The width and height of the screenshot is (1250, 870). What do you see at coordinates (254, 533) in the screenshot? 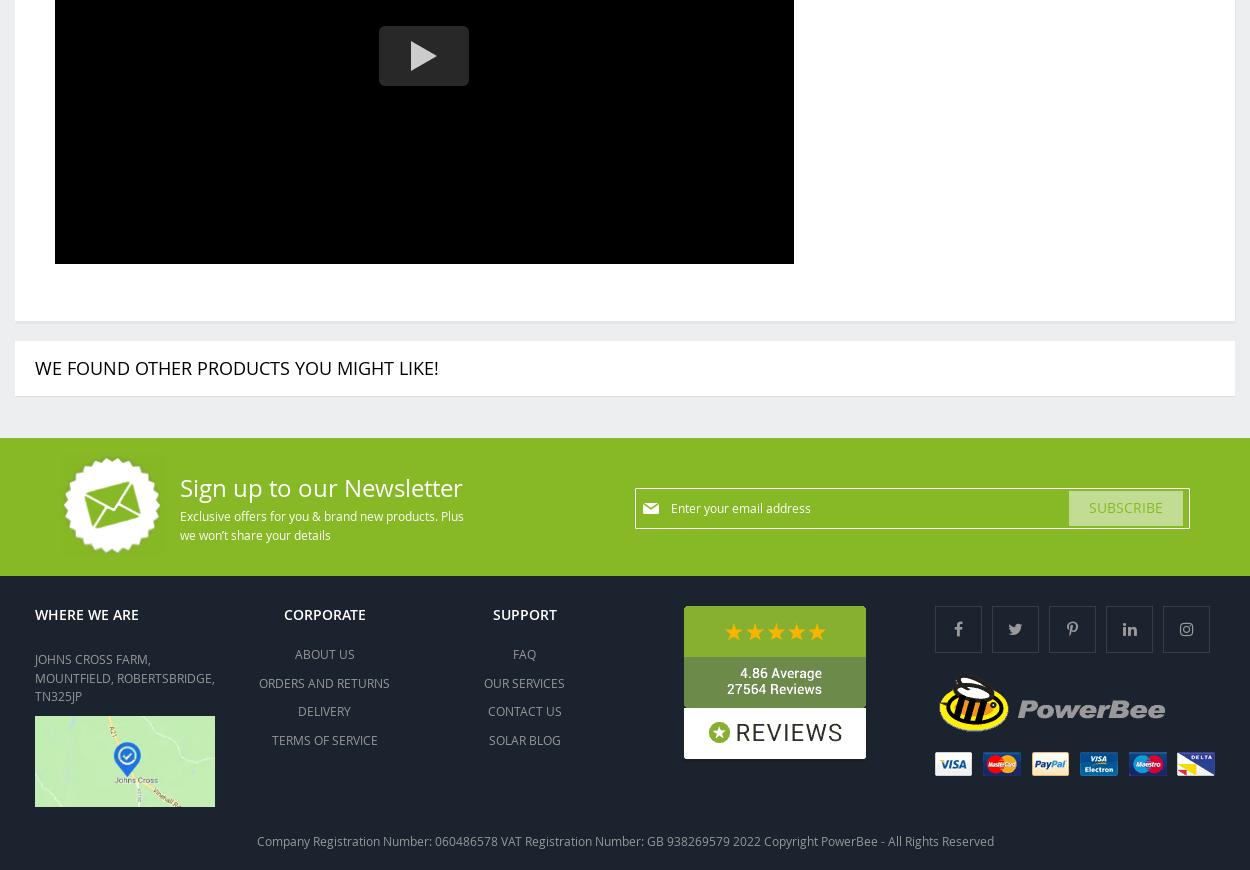
I see `'we won’t share your details'` at bounding box center [254, 533].